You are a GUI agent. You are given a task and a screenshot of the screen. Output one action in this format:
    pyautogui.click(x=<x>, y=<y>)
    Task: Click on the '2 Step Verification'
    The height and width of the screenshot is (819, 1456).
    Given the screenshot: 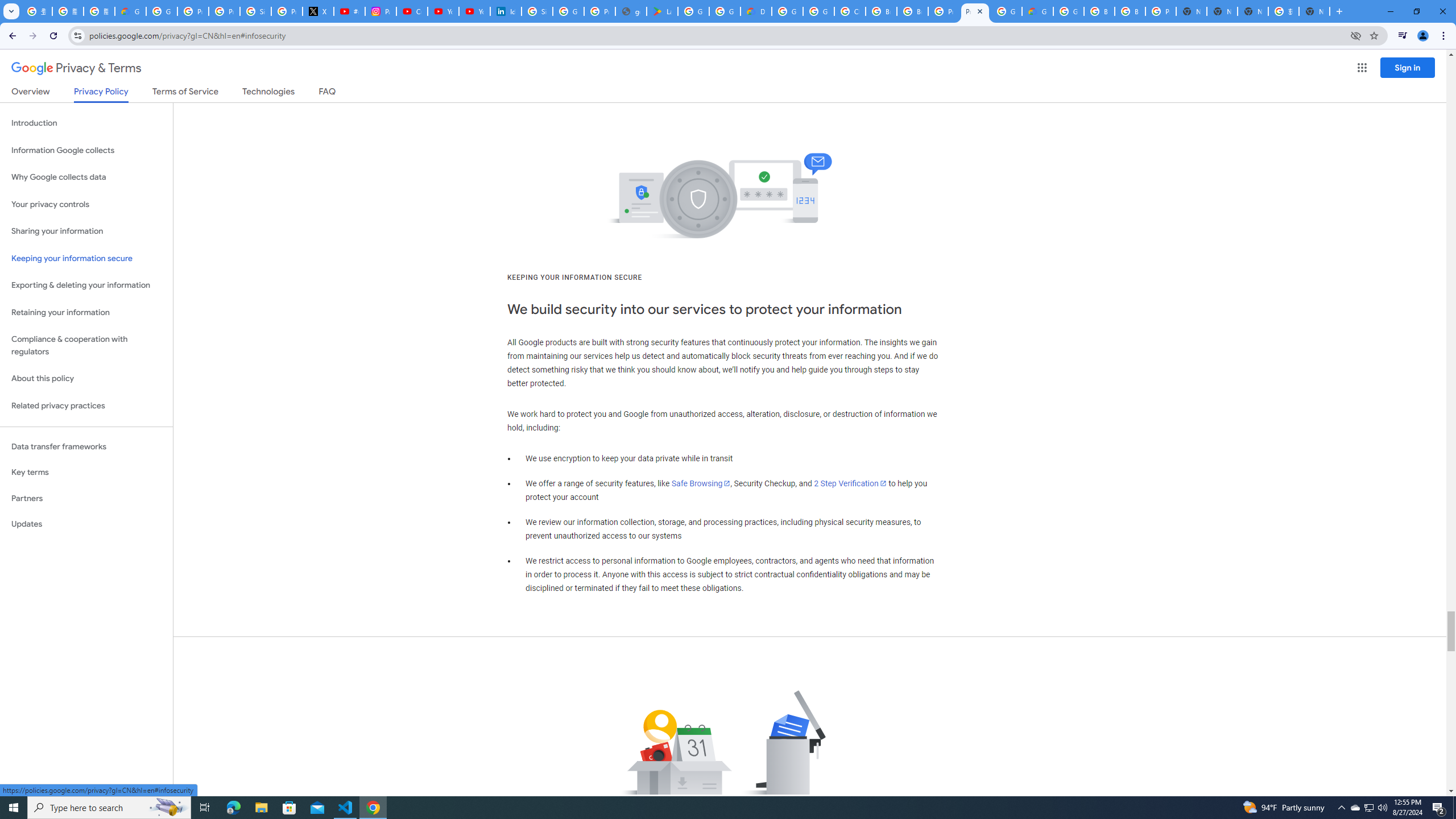 What is the action you would take?
    pyautogui.click(x=850, y=483)
    